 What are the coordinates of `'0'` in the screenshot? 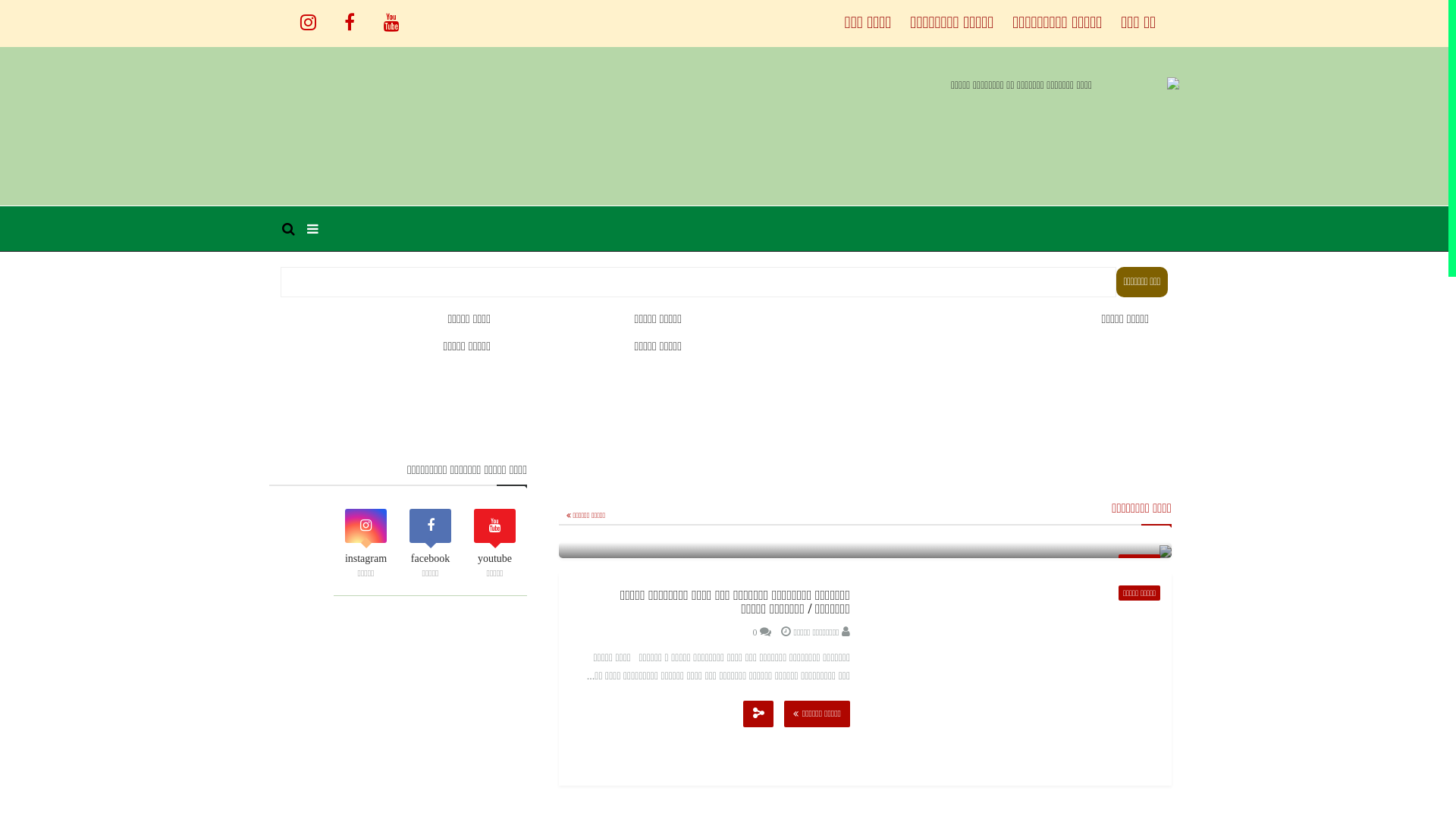 It's located at (753, 632).